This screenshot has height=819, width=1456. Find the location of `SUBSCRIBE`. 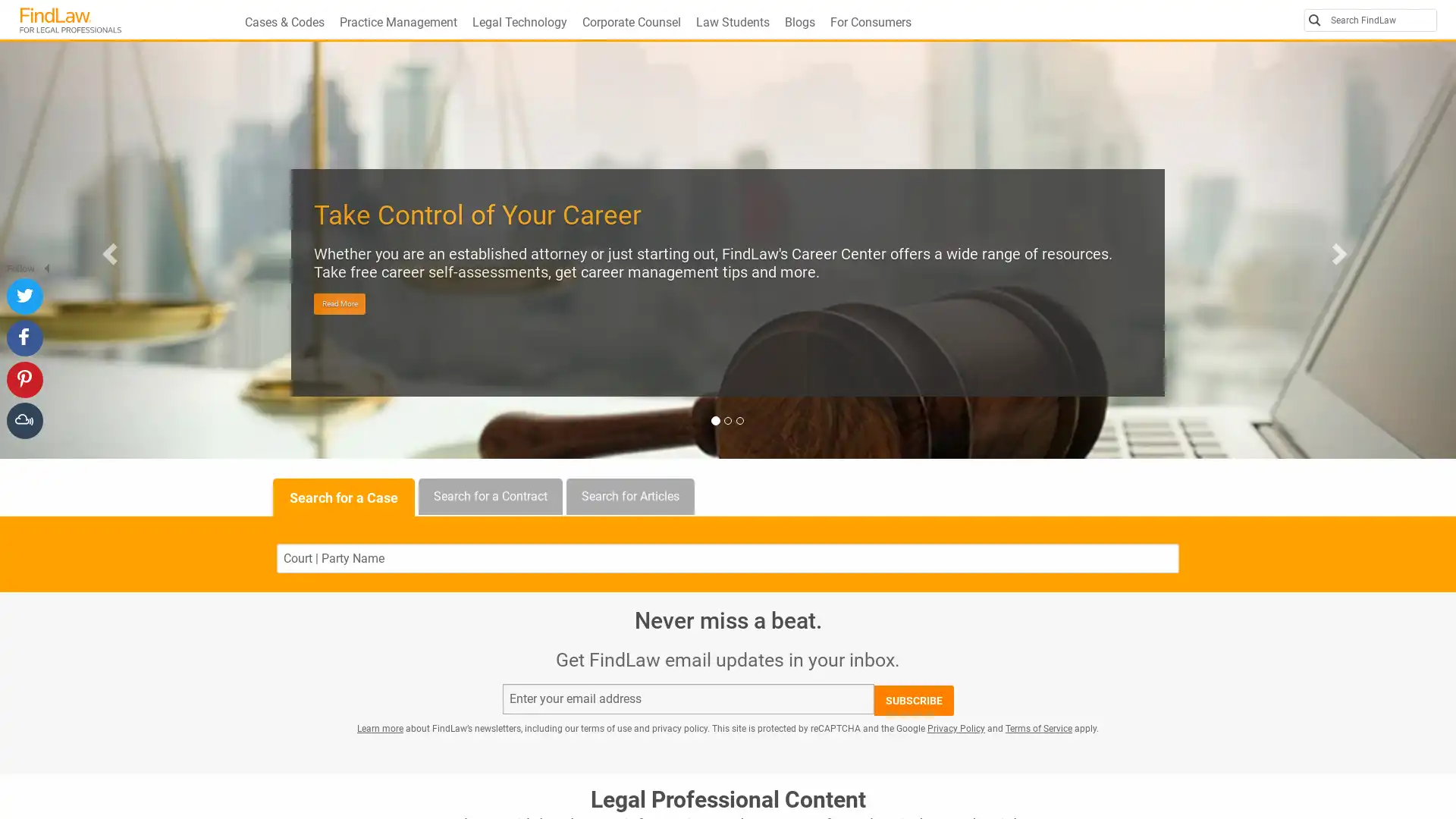

SUBSCRIBE is located at coordinates (912, 701).